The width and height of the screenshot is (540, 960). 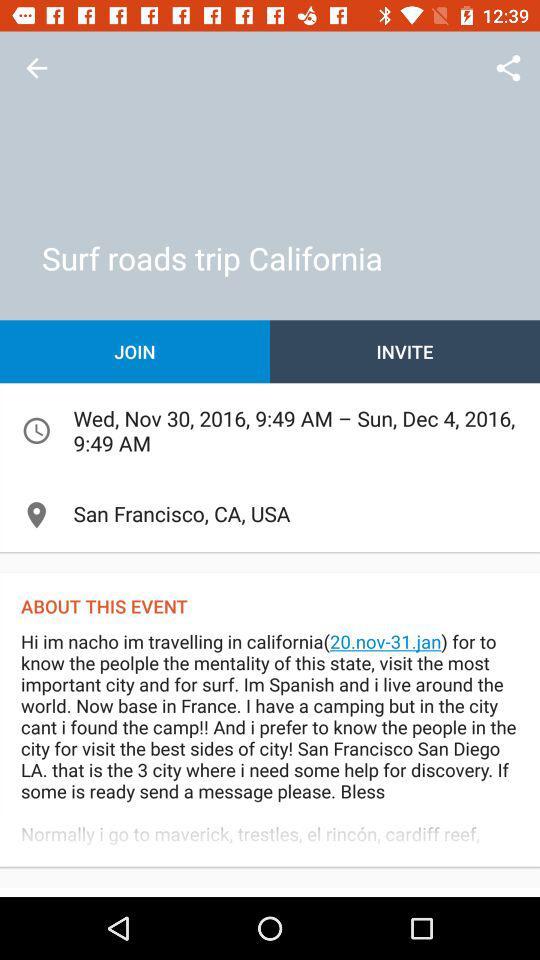 What do you see at coordinates (508, 68) in the screenshot?
I see `icon at the top right corner` at bounding box center [508, 68].